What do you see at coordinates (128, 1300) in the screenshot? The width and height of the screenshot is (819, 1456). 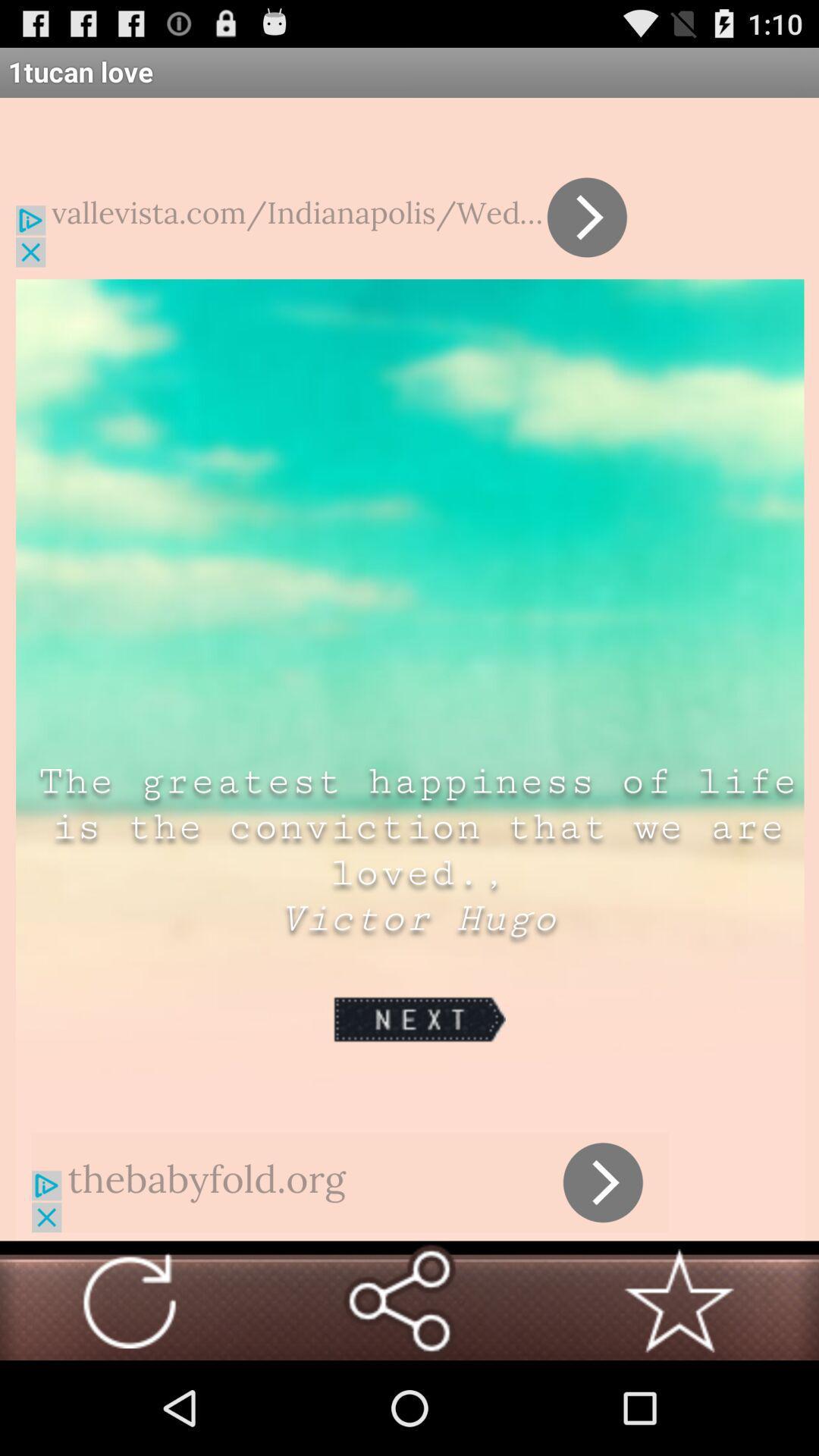 I see `replay button` at bounding box center [128, 1300].